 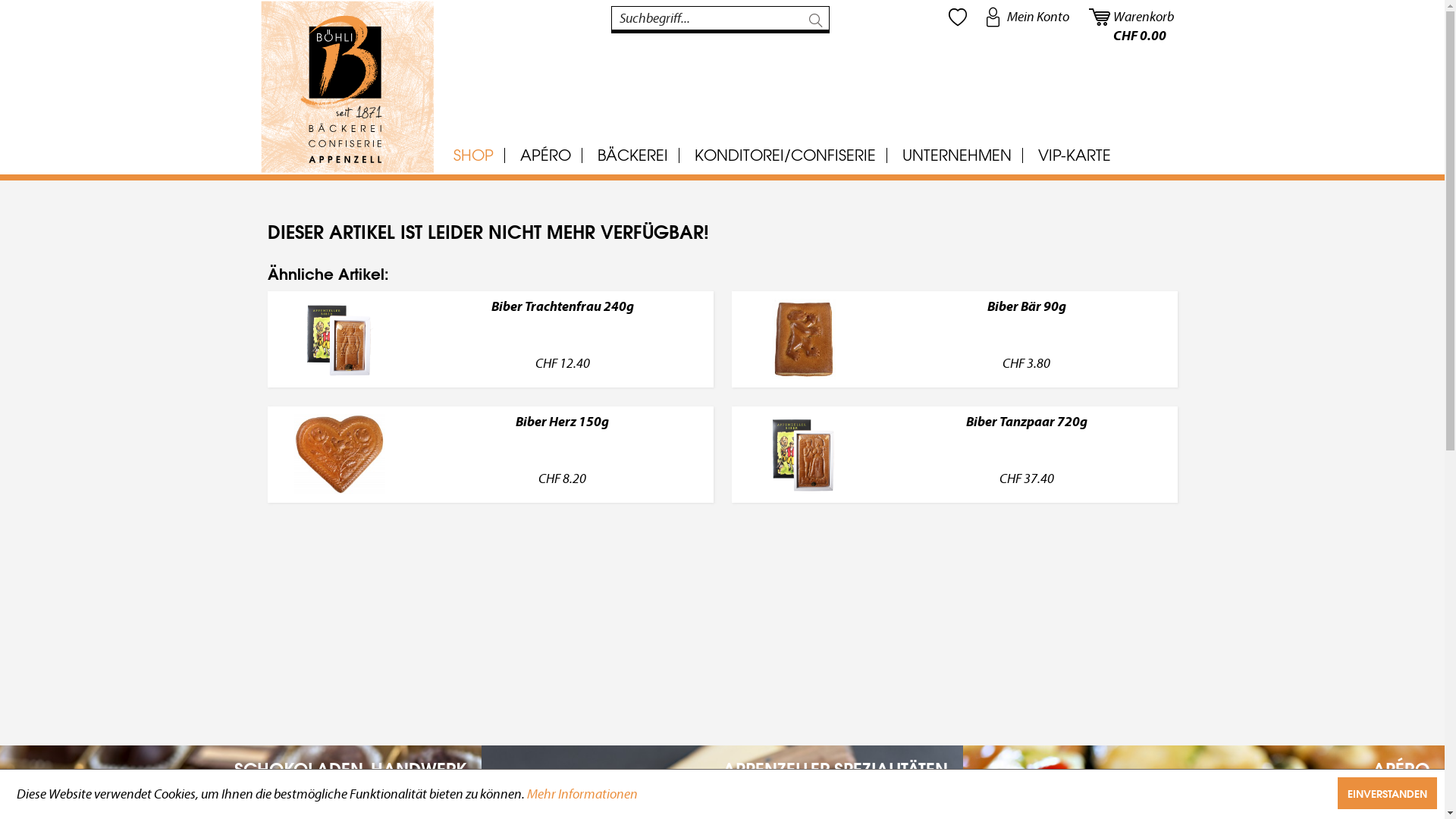 I want to click on 'Mehr Informationen', so click(x=582, y=793).